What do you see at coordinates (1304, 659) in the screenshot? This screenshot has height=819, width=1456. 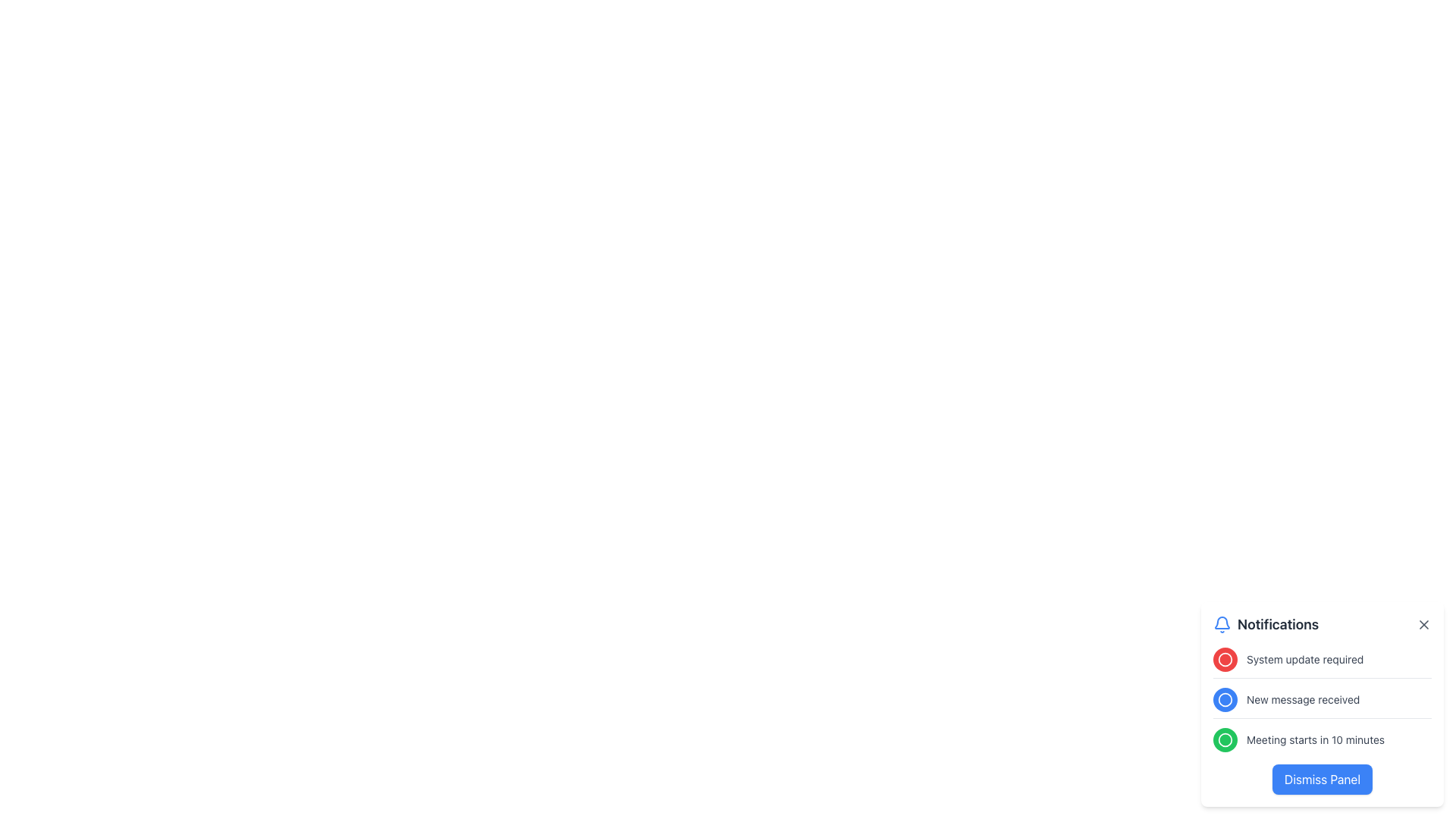 I see `the notification message titled 'System update required' located in the notification panel, positioned next to a red circular warning icon` at bounding box center [1304, 659].